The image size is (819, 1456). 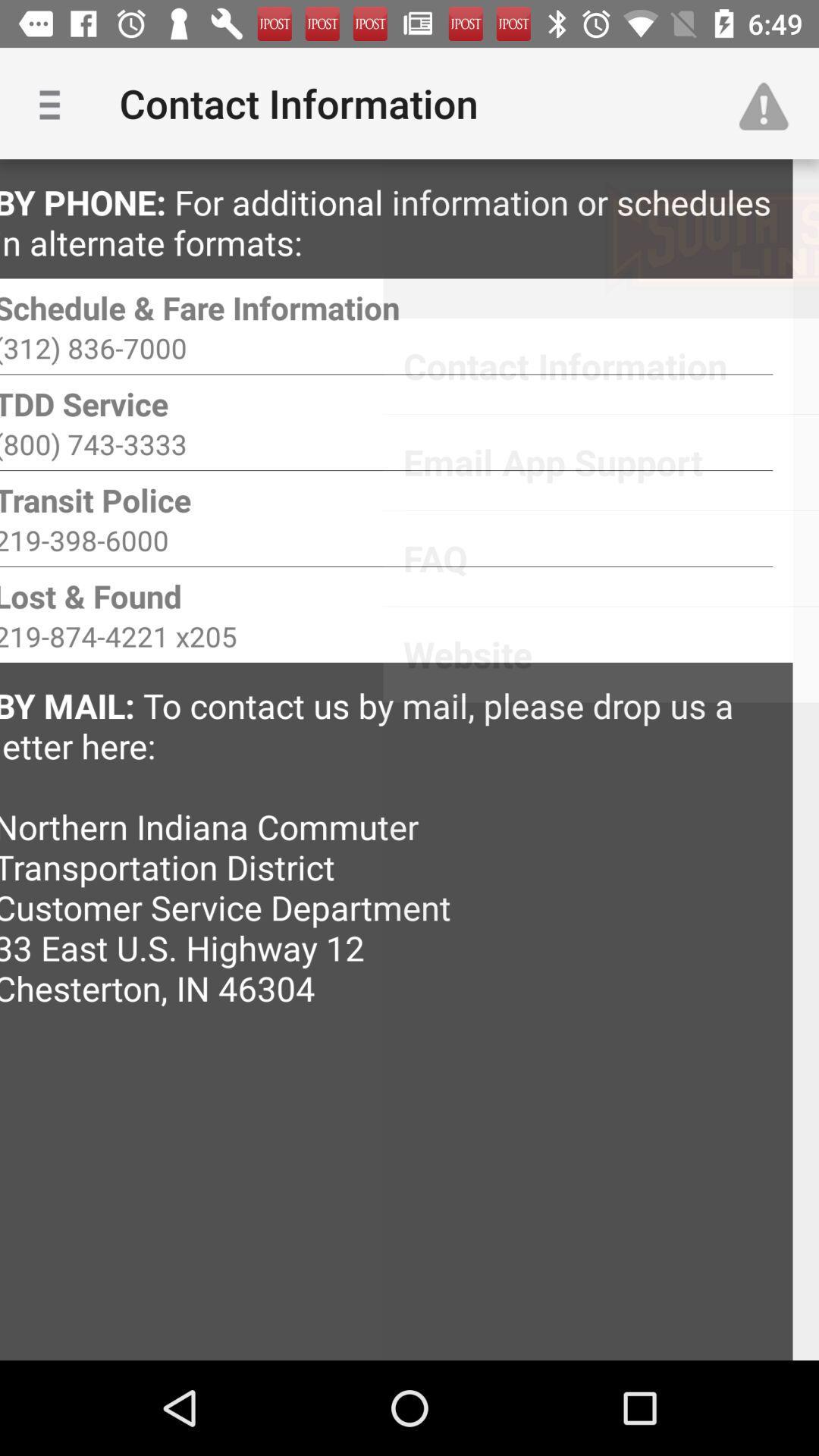 What do you see at coordinates (771, 102) in the screenshot?
I see `item at the top right corner` at bounding box center [771, 102].